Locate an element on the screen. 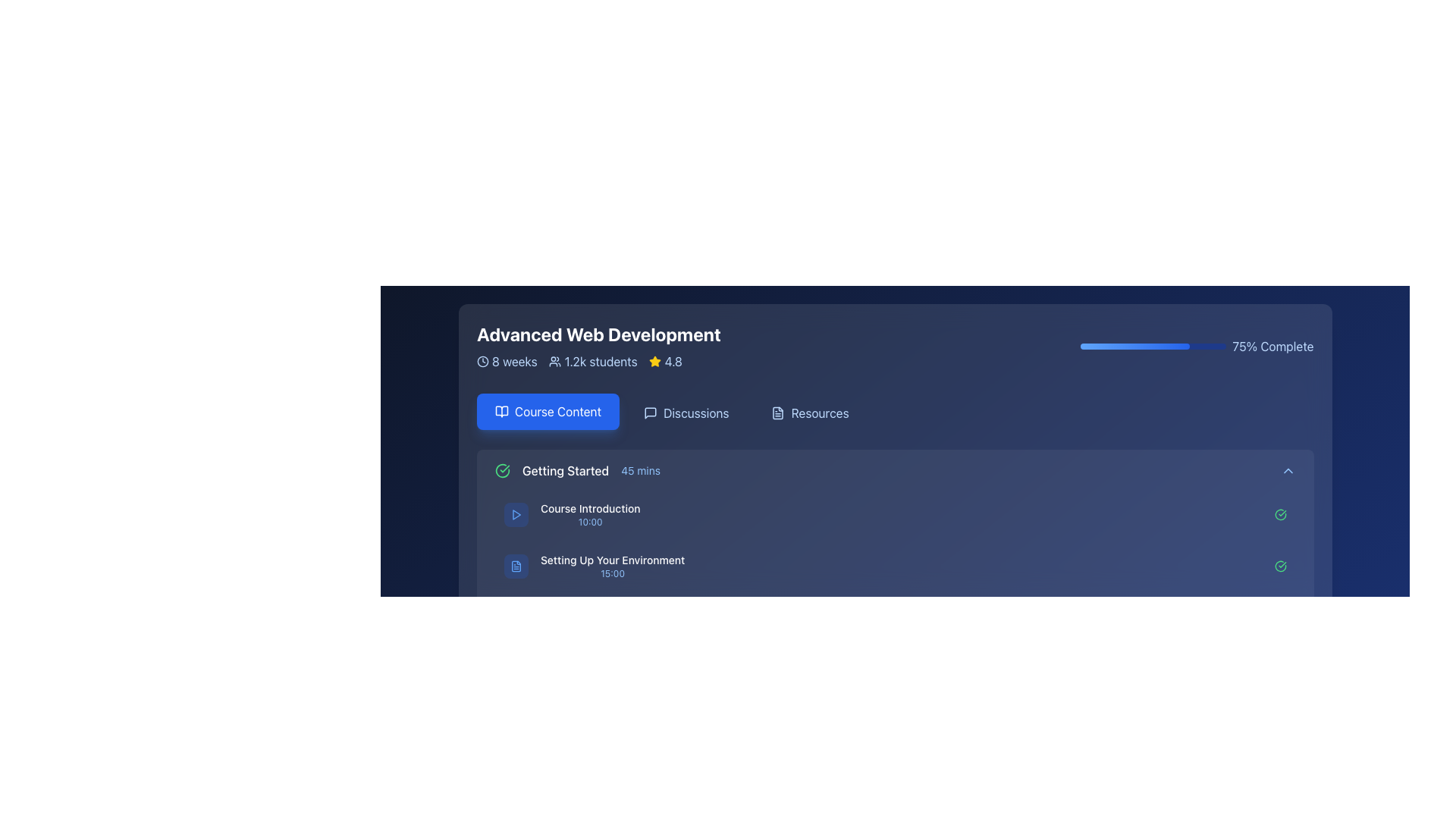 The height and width of the screenshot is (819, 1456). the speech bubble-shaped icon outlined in light blue is located at coordinates (650, 413).